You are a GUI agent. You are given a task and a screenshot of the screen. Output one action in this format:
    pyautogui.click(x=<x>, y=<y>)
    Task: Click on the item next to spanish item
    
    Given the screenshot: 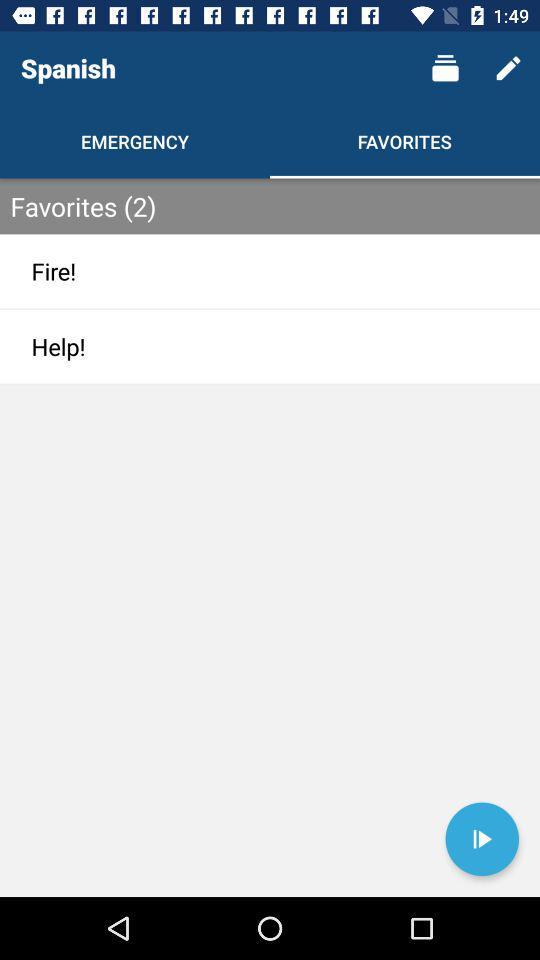 What is the action you would take?
    pyautogui.click(x=445, y=68)
    